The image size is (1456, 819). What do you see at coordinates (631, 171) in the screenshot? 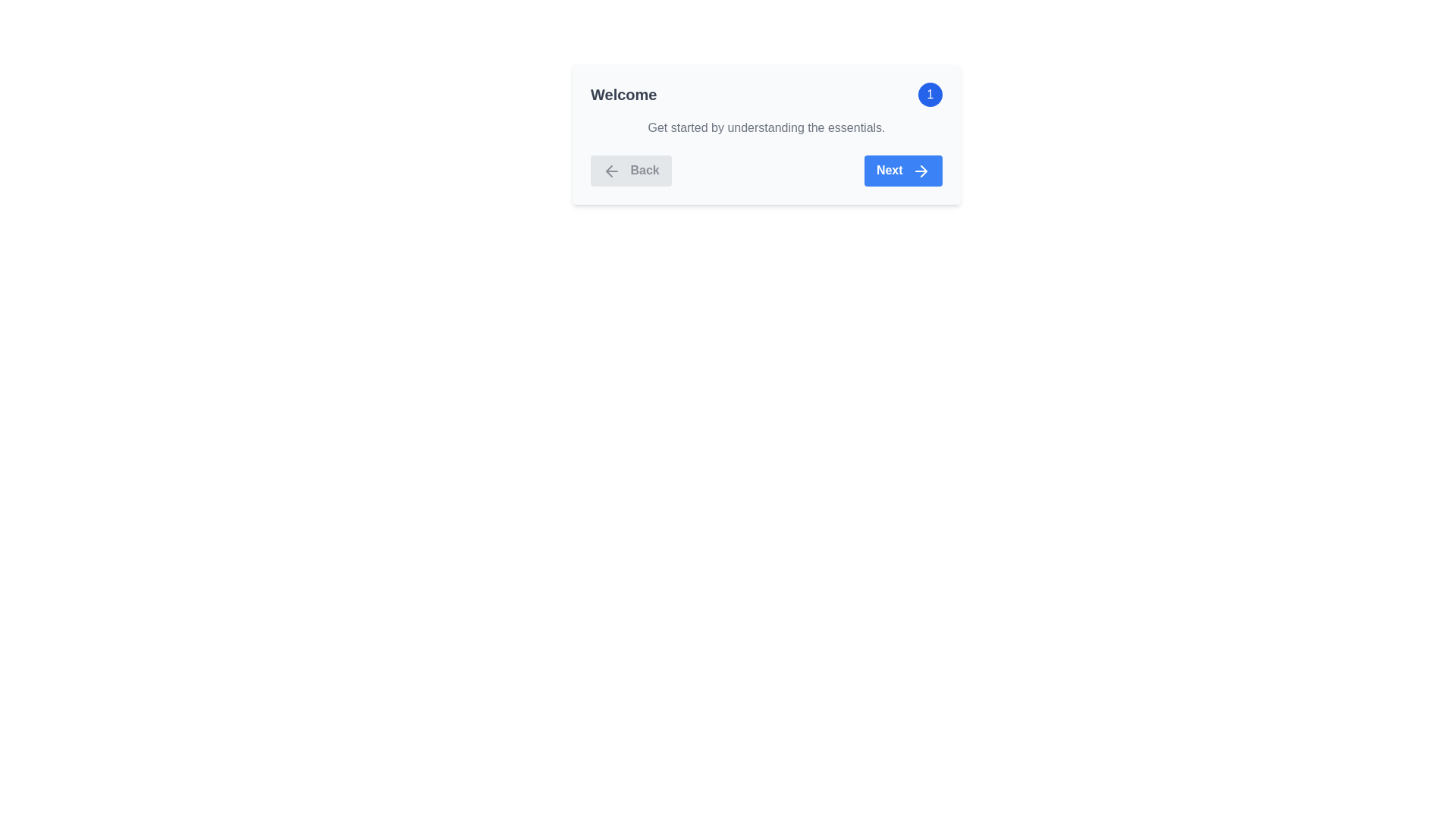
I see `the 'Back' button, which has a gray background, rounded corners, and is located near the middle-left of the section` at bounding box center [631, 171].